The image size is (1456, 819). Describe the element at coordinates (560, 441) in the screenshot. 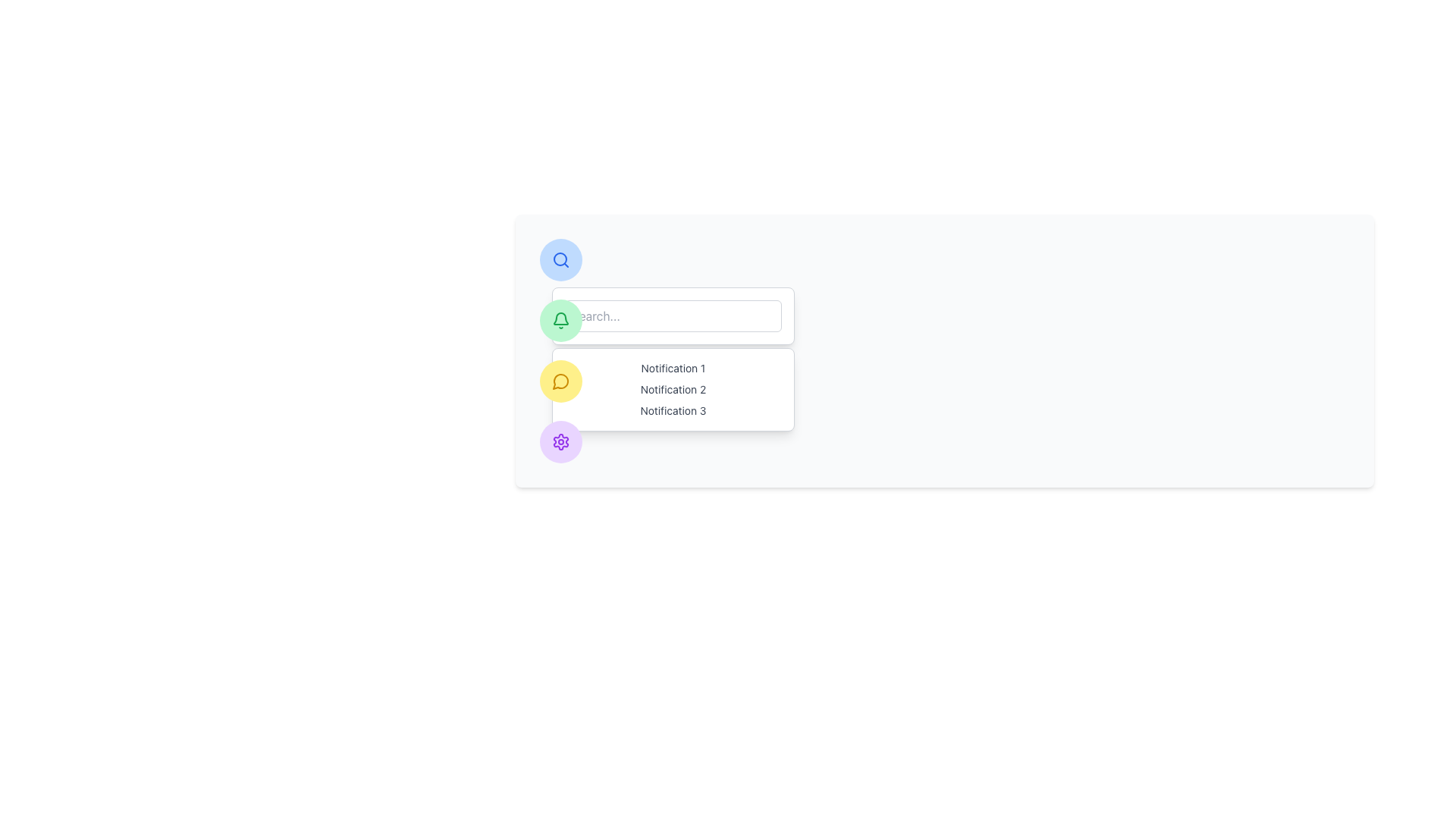

I see `the circular settings button with a purple background and gear icon located at the bottom of the vertical stack of buttons on the left side of the interface` at that location.